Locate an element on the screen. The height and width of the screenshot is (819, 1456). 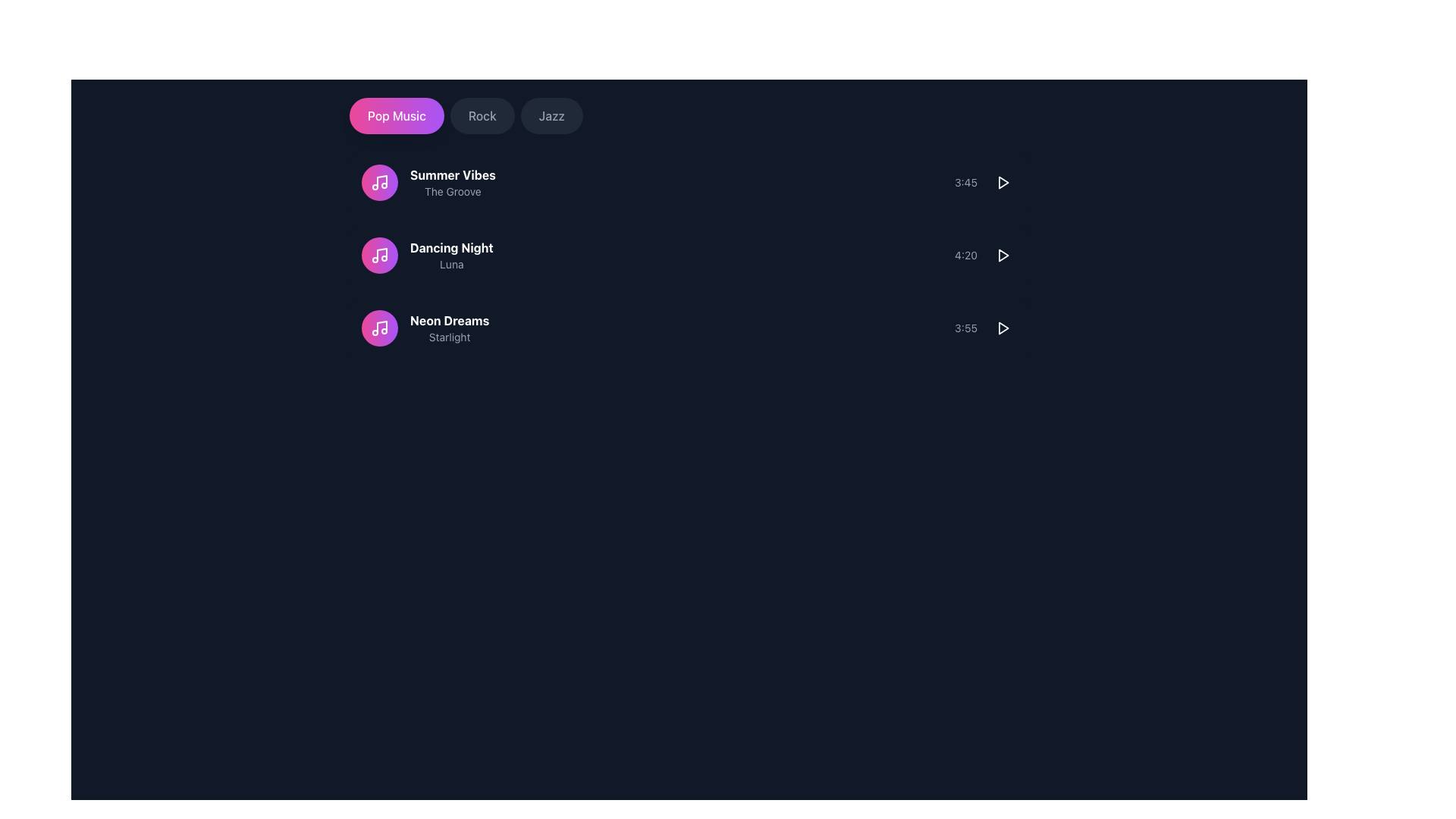
the play button for the song 'Neon Dreams' is located at coordinates (986, 327).